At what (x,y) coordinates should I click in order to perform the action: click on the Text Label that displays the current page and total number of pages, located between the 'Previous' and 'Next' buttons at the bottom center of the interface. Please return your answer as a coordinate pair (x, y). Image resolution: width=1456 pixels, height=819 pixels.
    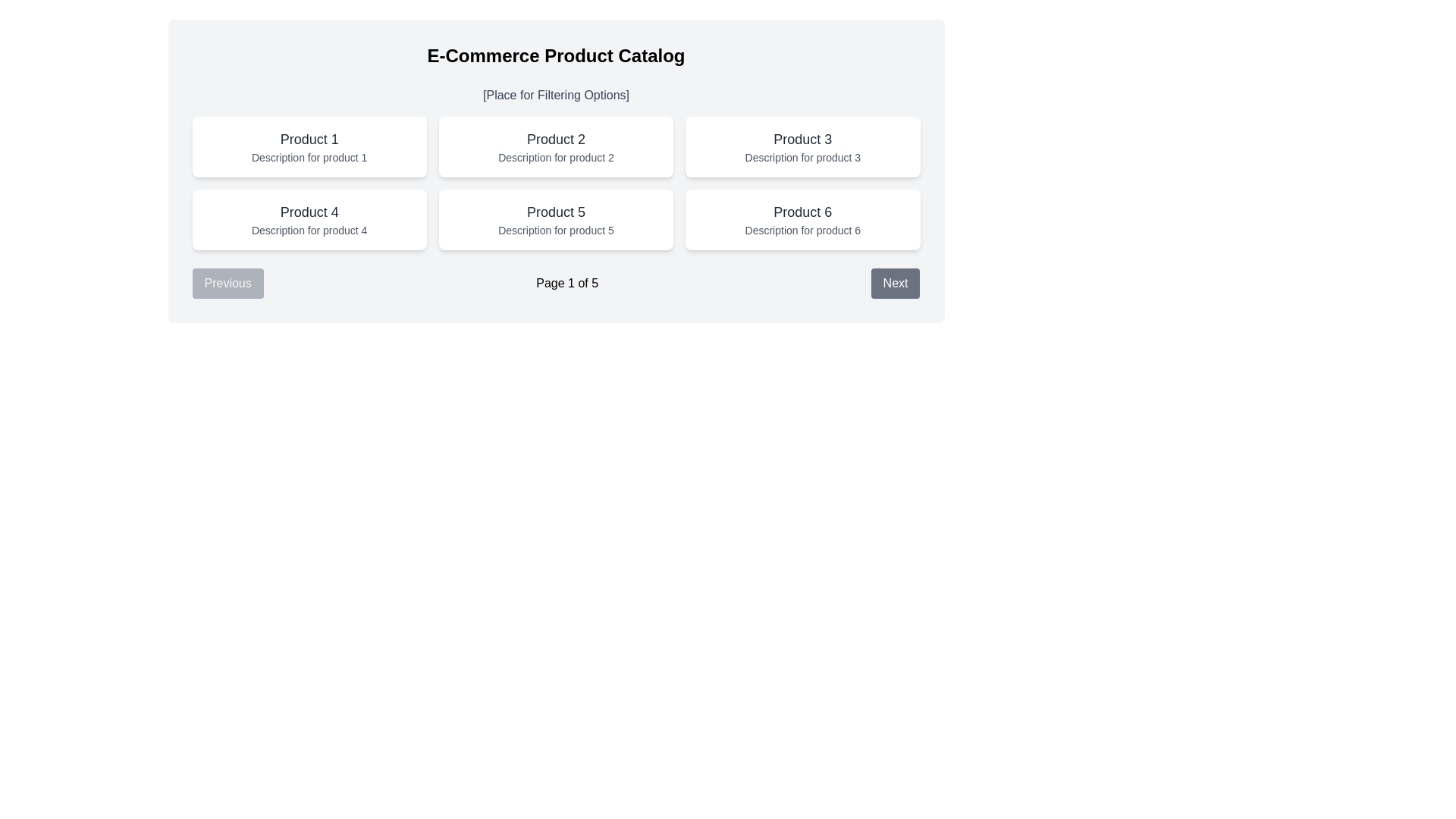
    Looking at the image, I should click on (566, 284).